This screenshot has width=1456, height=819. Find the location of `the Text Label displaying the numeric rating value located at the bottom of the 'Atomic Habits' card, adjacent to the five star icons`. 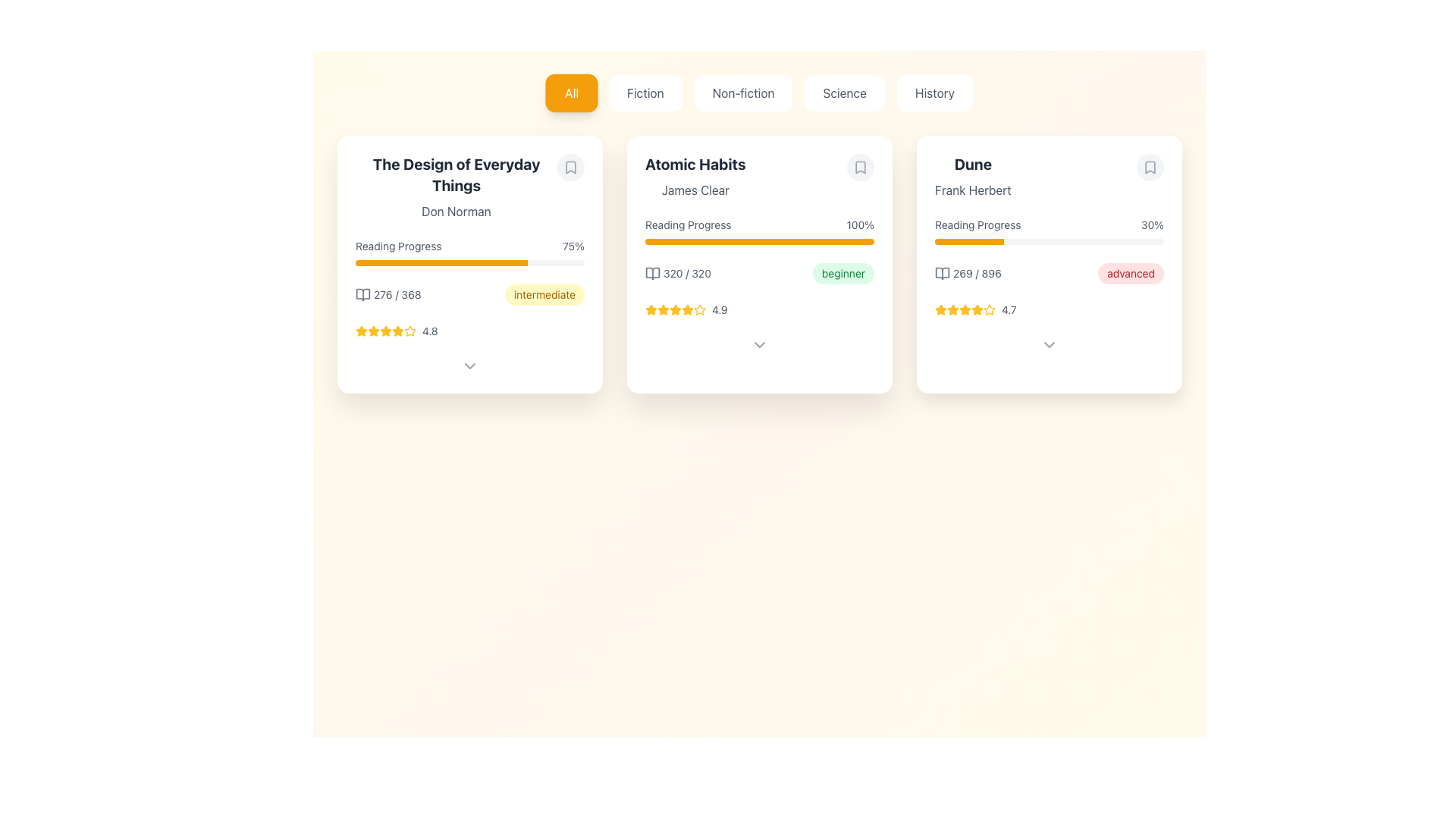

the Text Label displaying the numeric rating value located at the bottom of the 'Atomic Habits' card, adjacent to the five star icons is located at coordinates (719, 309).